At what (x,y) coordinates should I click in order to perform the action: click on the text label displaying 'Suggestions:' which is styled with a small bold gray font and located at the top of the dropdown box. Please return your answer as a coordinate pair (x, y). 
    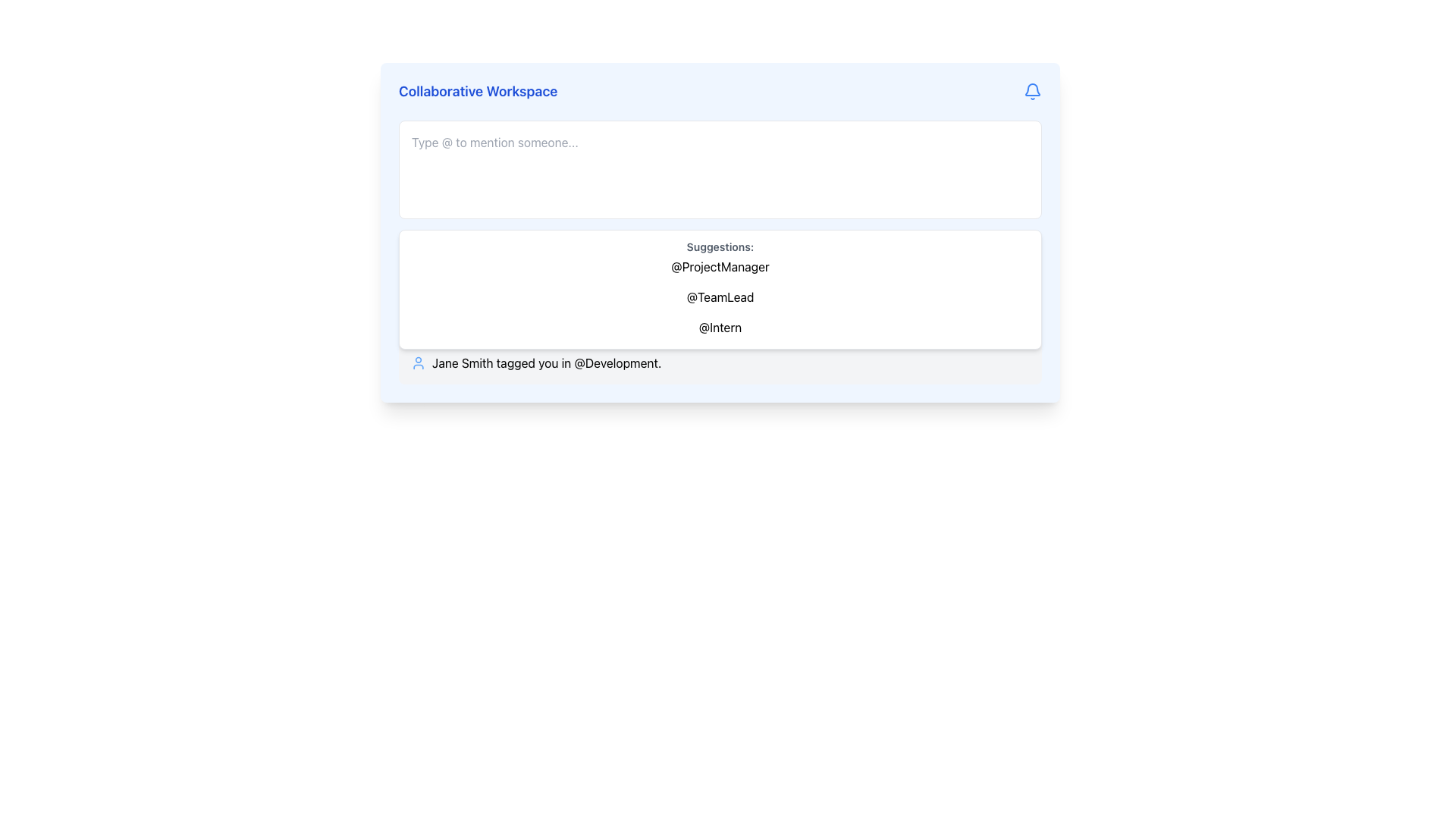
    Looking at the image, I should click on (720, 246).